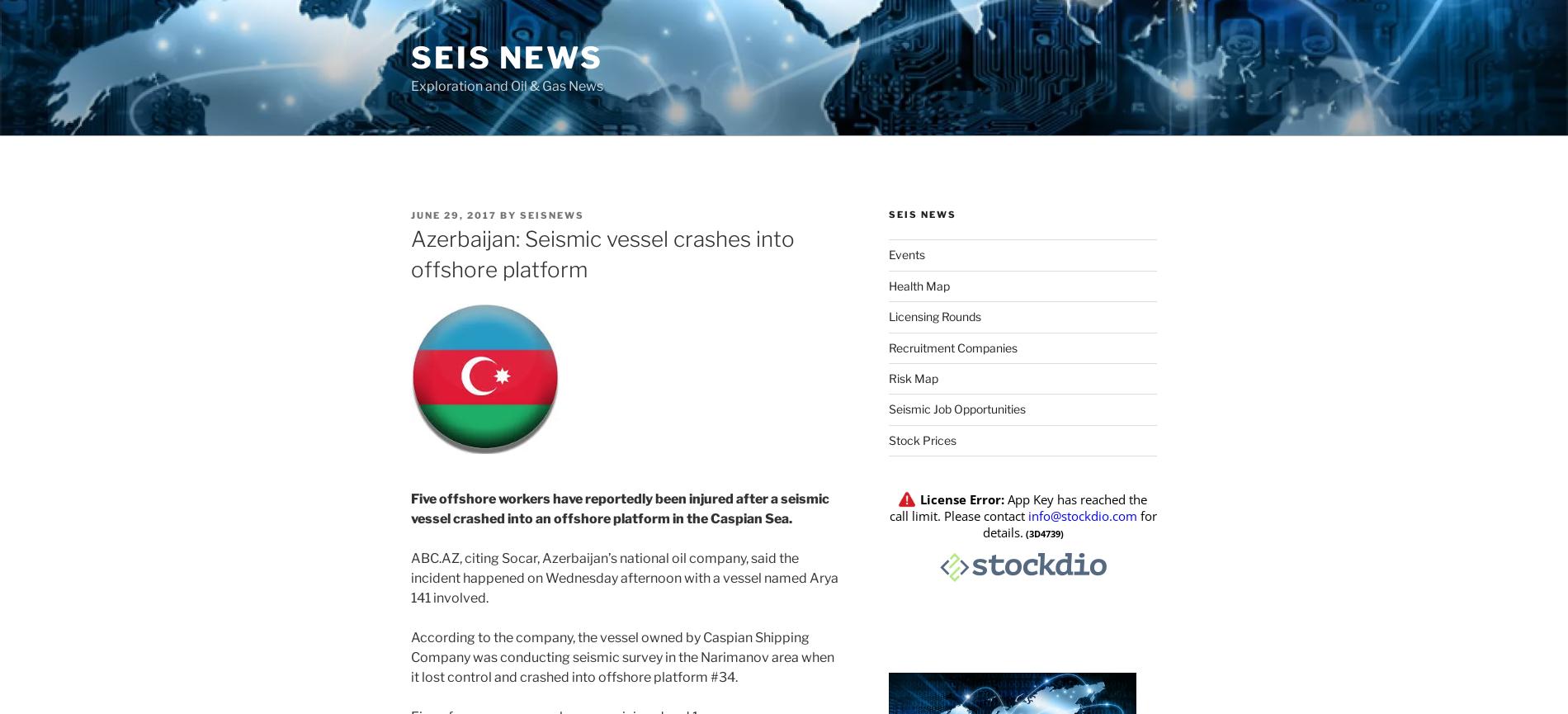 The height and width of the screenshot is (714, 1568). Describe the element at coordinates (507, 86) in the screenshot. I see `'Exploration and Oil & Gas News'` at that location.